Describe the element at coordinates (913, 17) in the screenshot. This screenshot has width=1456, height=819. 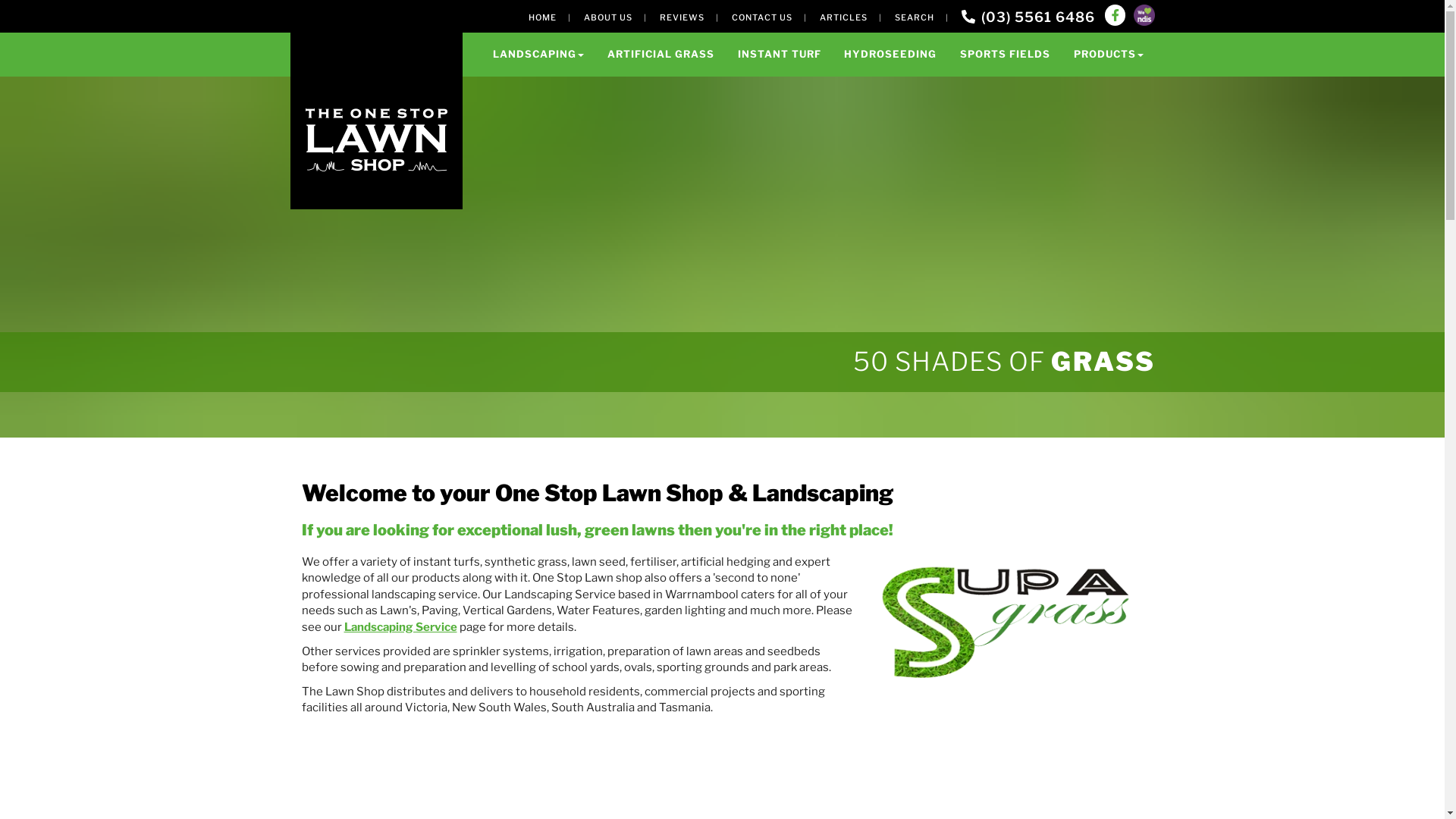
I see `'SEARCH'` at that location.